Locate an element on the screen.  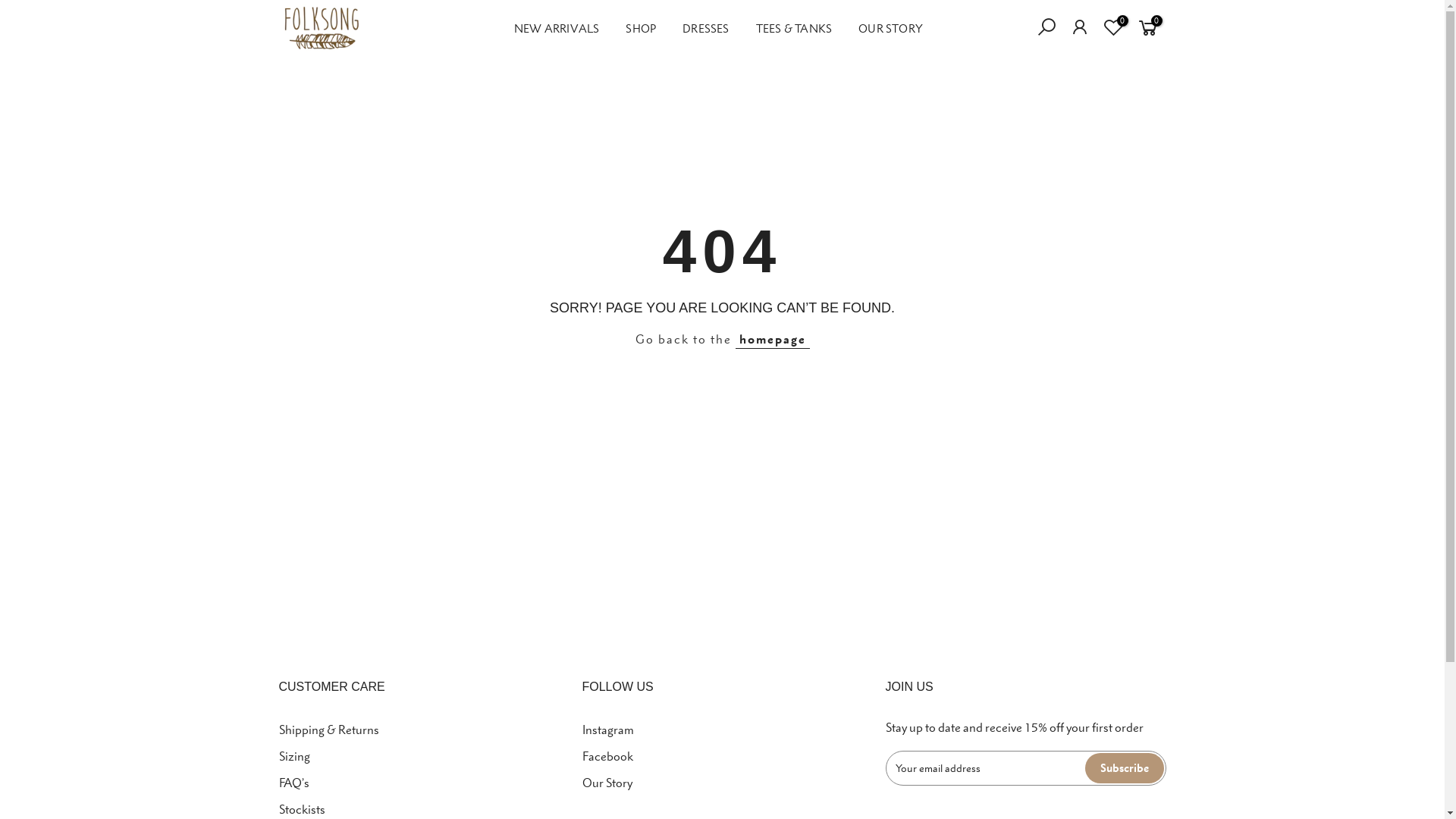
'0' is located at coordinates (1096, 28).